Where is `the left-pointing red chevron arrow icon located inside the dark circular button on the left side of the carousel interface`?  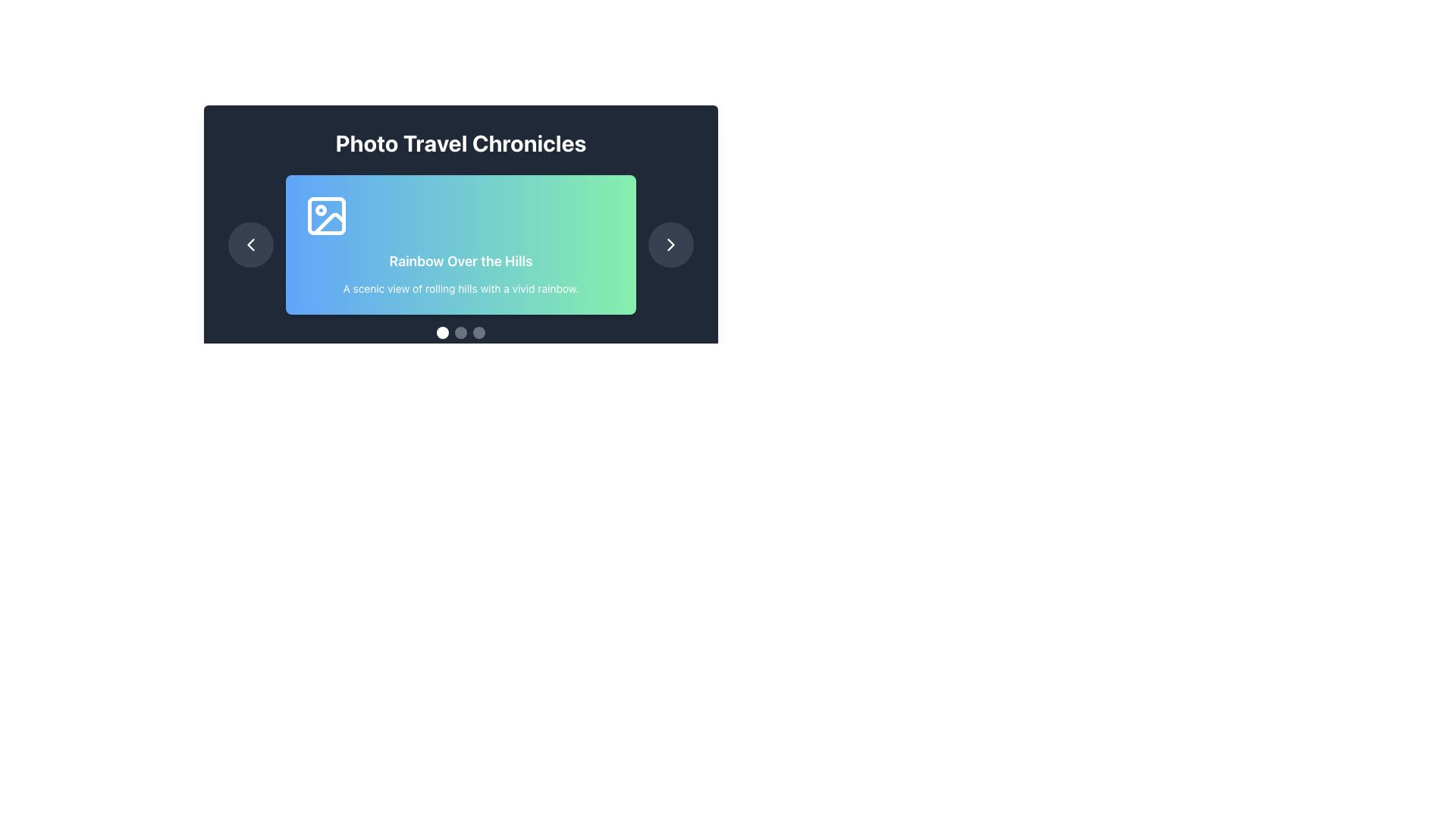 the left-pointing red chevron arrow icon located inside the dark circular button on the left side of the carousel interface is located at coordinates (251, 244).